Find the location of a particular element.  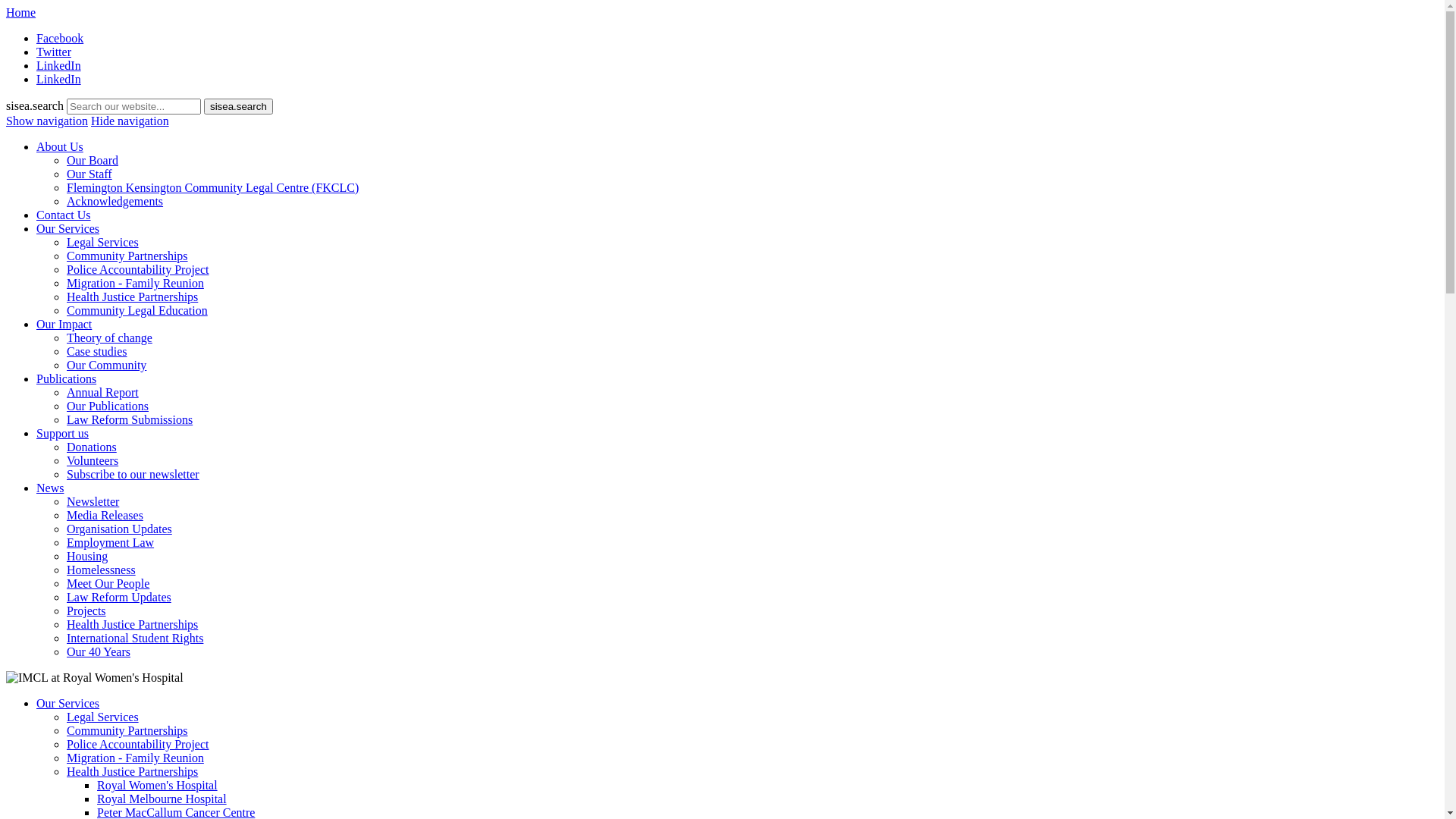

'Our Impact' is located at coordinates (63, 323).